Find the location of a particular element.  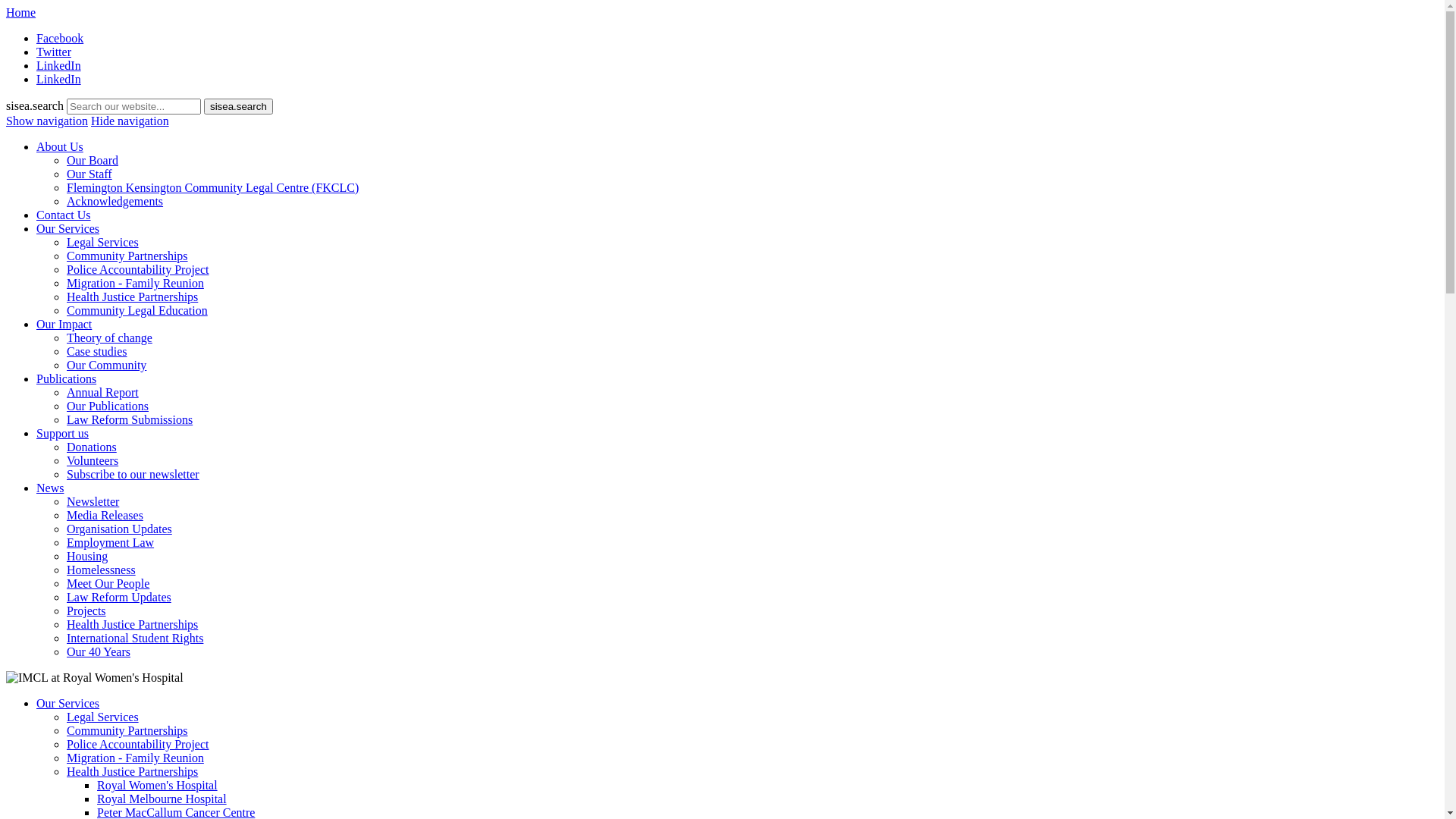

'Our Impact' is located at coordinates (63, 323).